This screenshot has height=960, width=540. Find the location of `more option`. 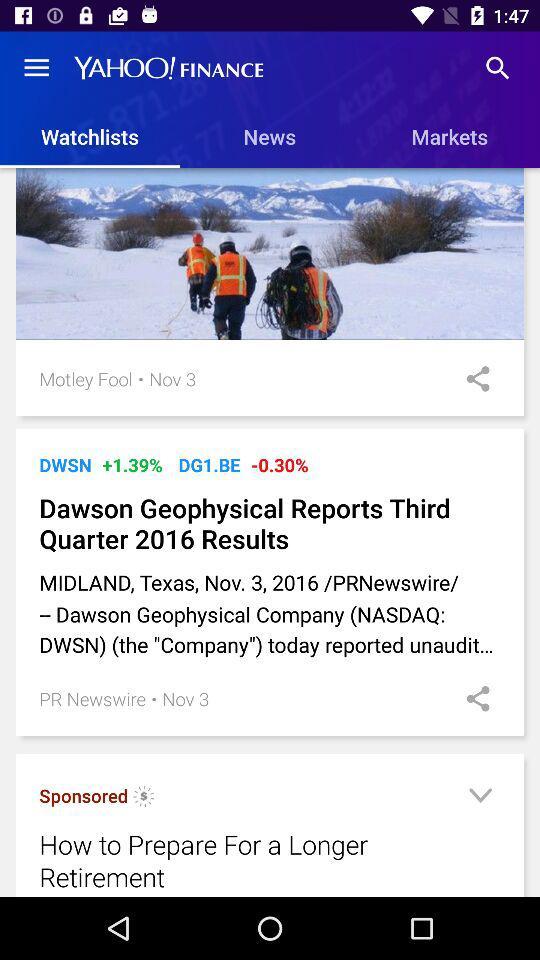

more option is located at coordinates (479, 798).